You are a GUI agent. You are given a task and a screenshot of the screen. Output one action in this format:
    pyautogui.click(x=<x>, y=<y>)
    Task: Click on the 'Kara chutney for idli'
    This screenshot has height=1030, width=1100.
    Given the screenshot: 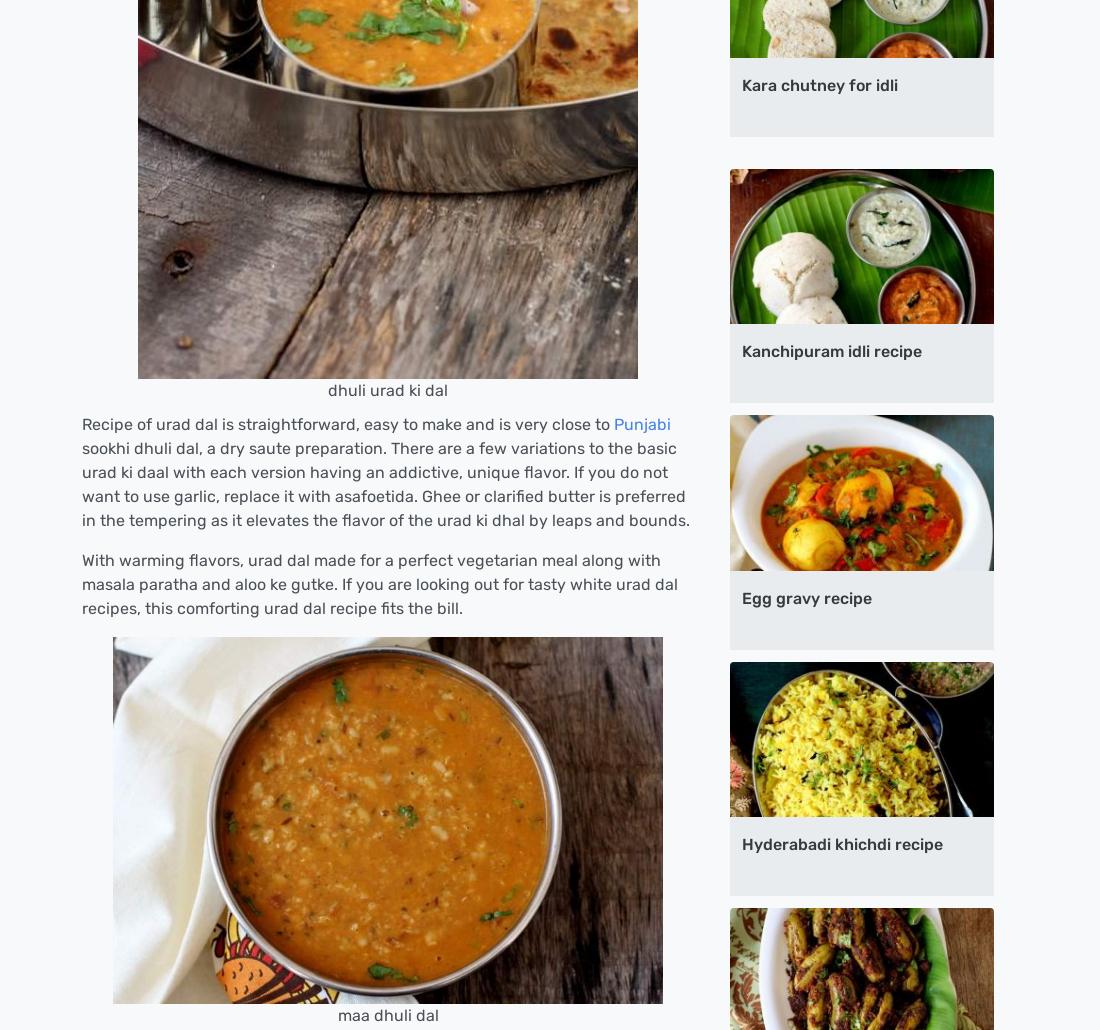 What is the action you would take?
    pyautogui.click(x=820, y=85)
    